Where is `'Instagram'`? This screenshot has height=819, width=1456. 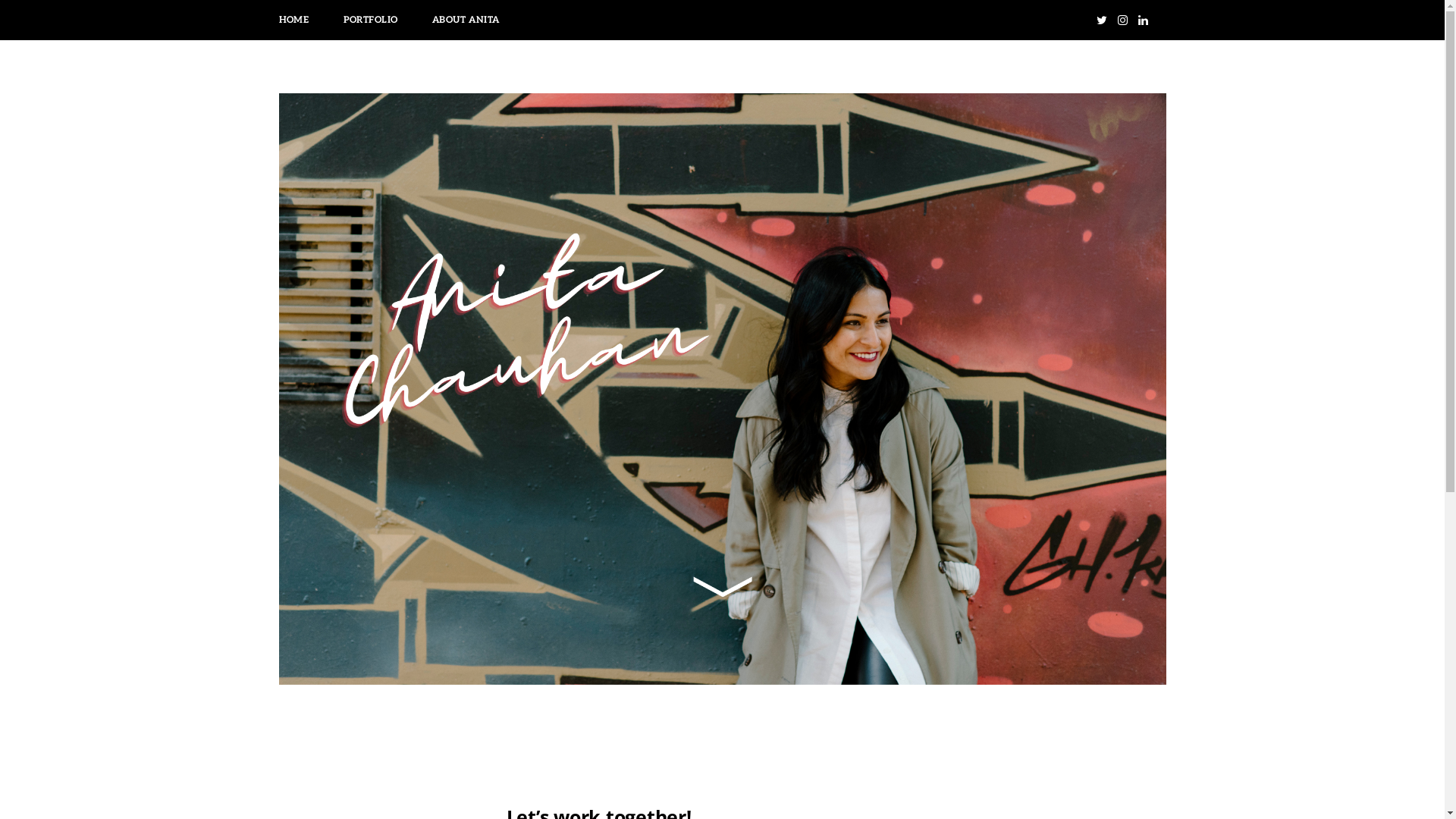
'Instagram' is located at coordinates (1122, 20).